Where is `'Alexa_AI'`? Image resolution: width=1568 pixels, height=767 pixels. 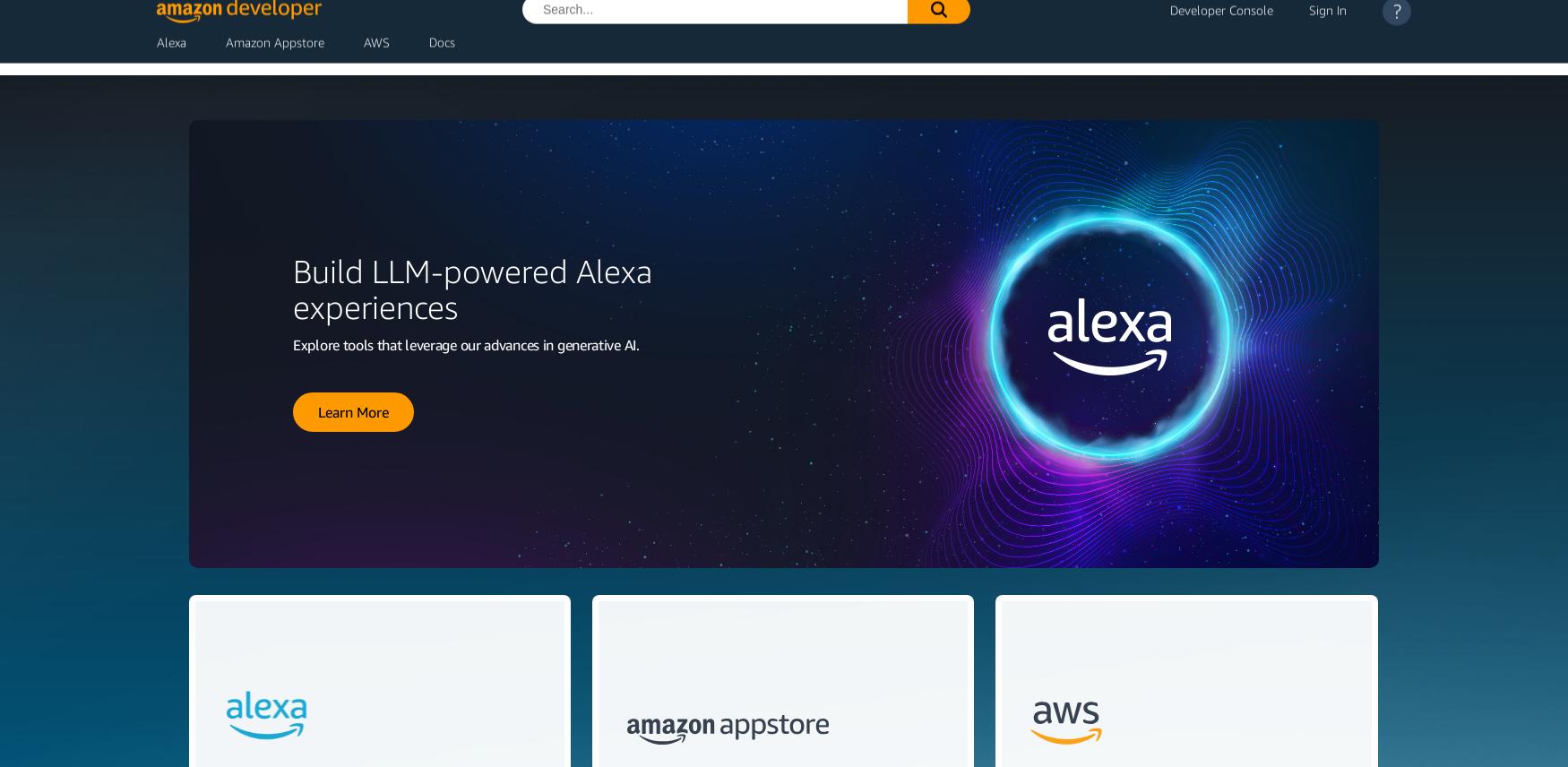
'Alexa_AI' is located at coordinates (352, 268).